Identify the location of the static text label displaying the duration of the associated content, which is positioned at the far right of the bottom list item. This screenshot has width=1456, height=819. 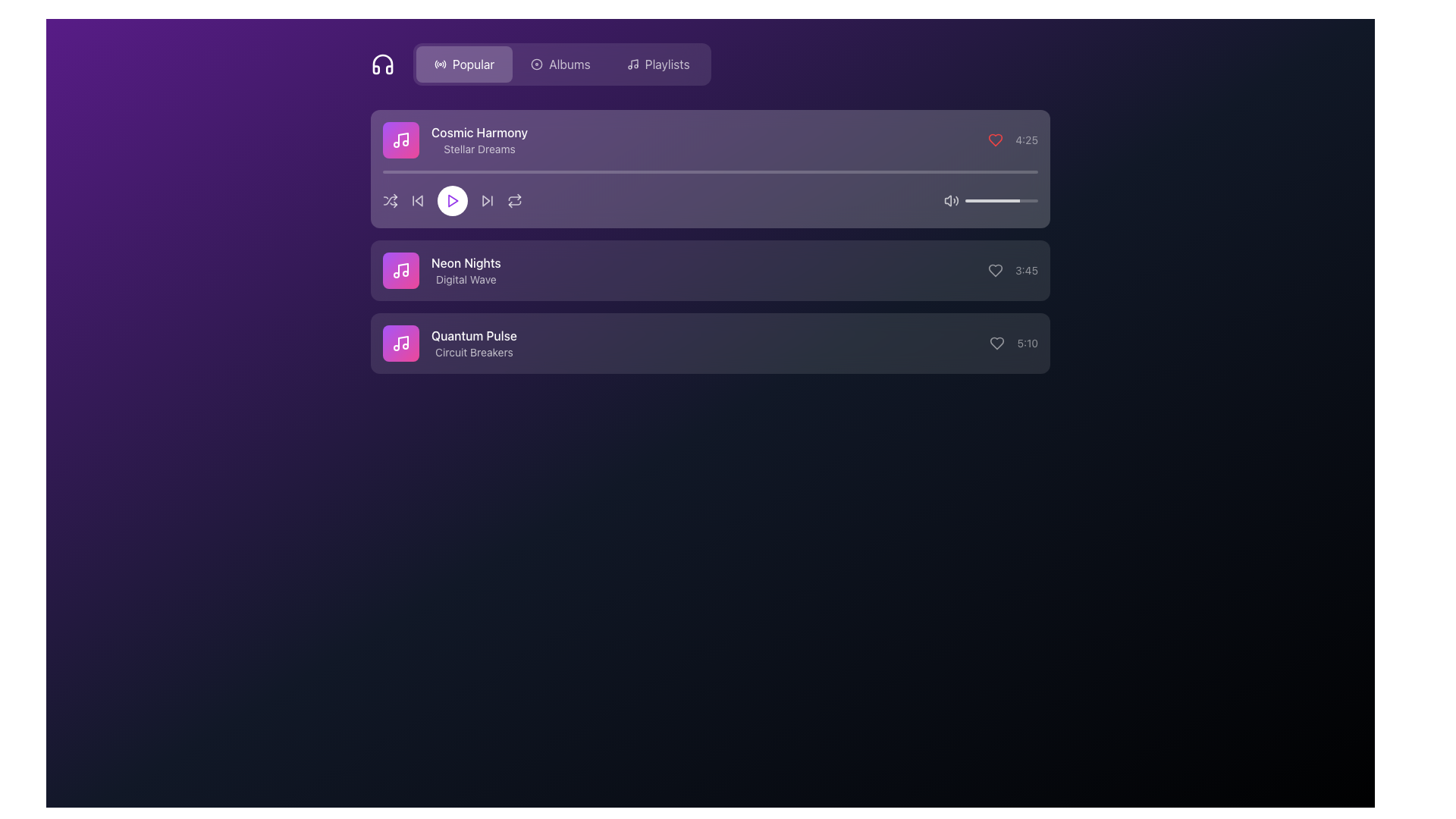
(1028, 343).